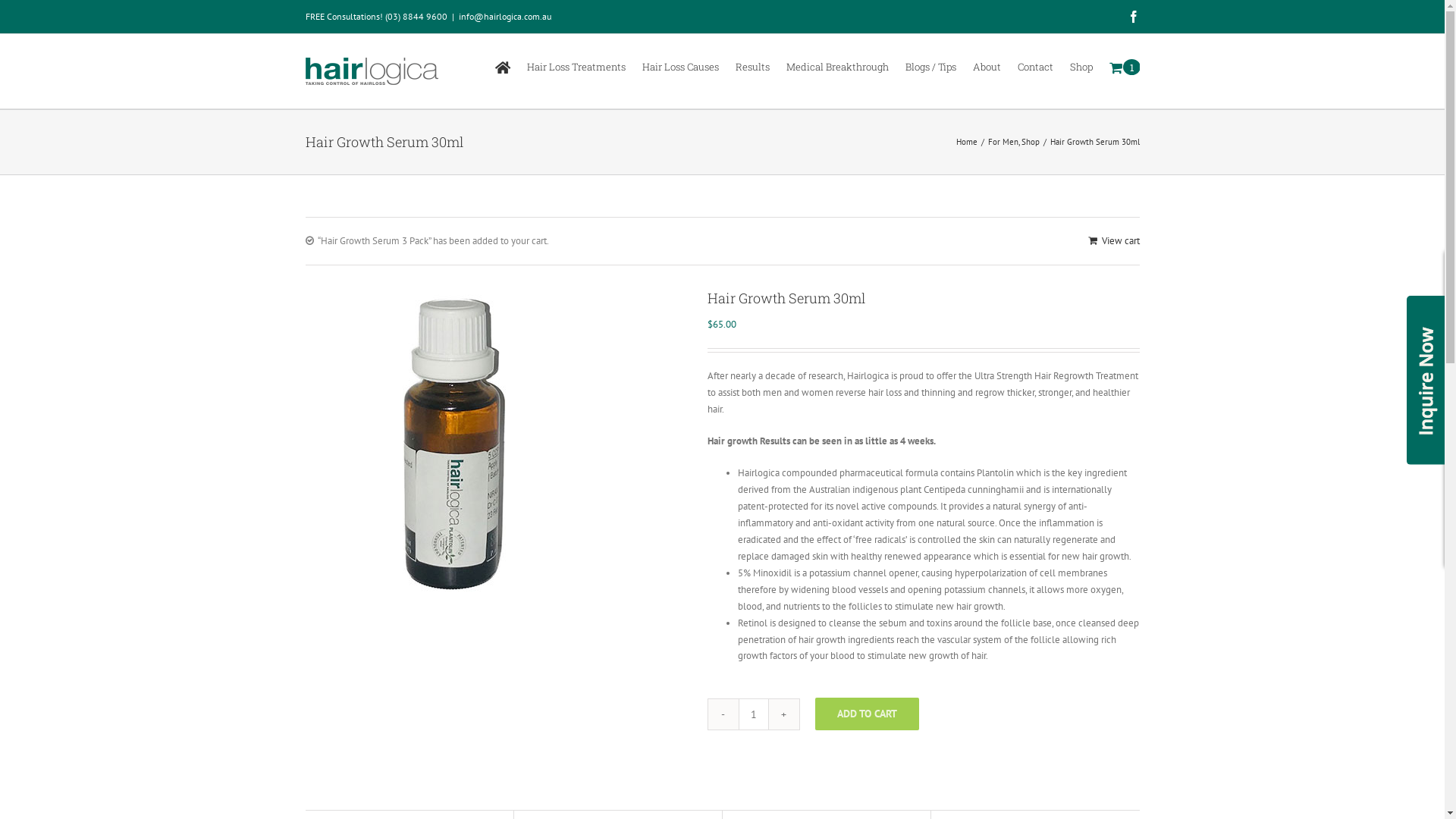 This screenshot has width=1456, height=819. Describe the element at coordinates (457, 16) in the screenshot. I see `'info@hairlogica.com.au'` at that location.